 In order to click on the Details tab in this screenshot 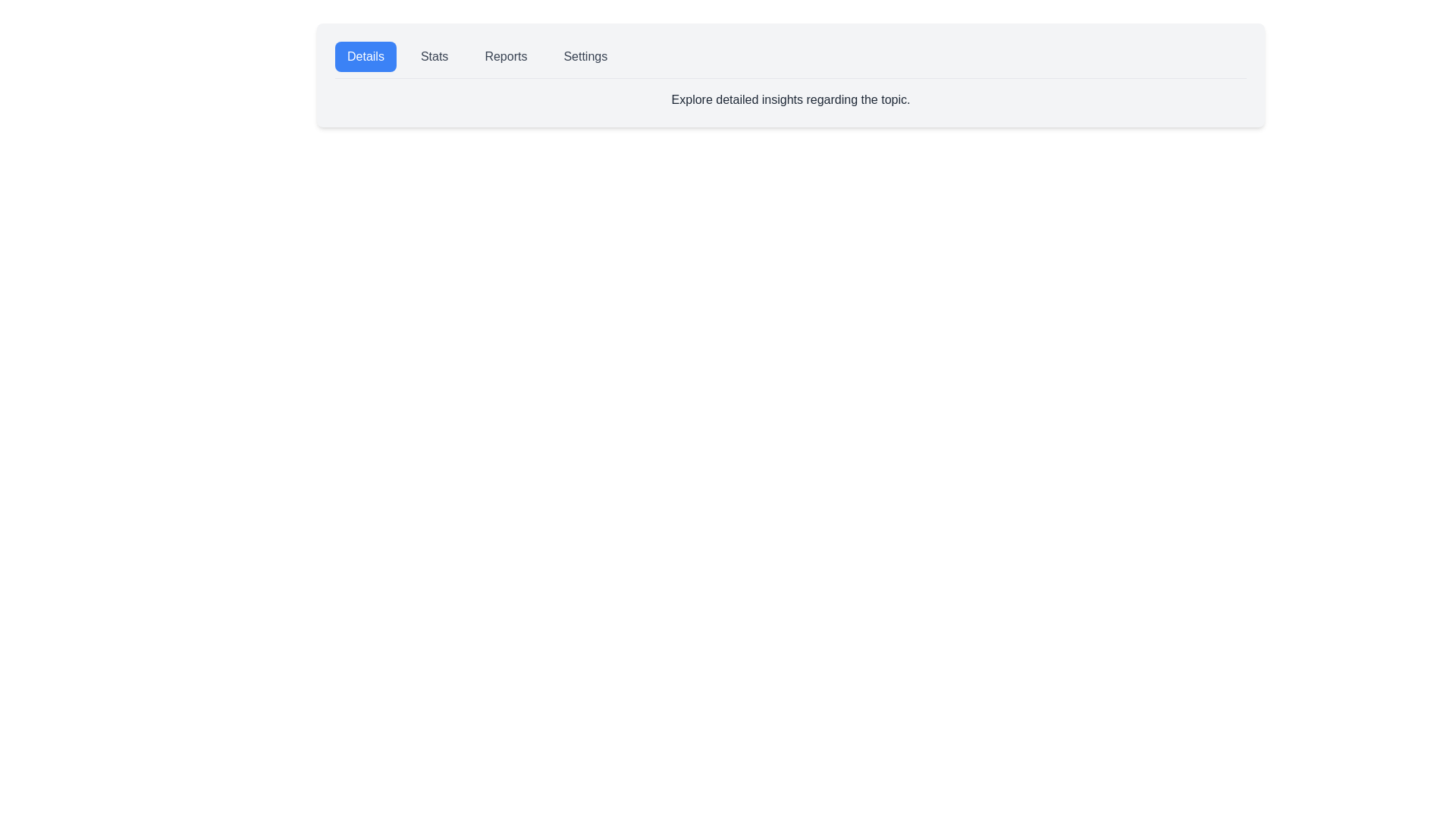, I will do `click(366, 55)`.